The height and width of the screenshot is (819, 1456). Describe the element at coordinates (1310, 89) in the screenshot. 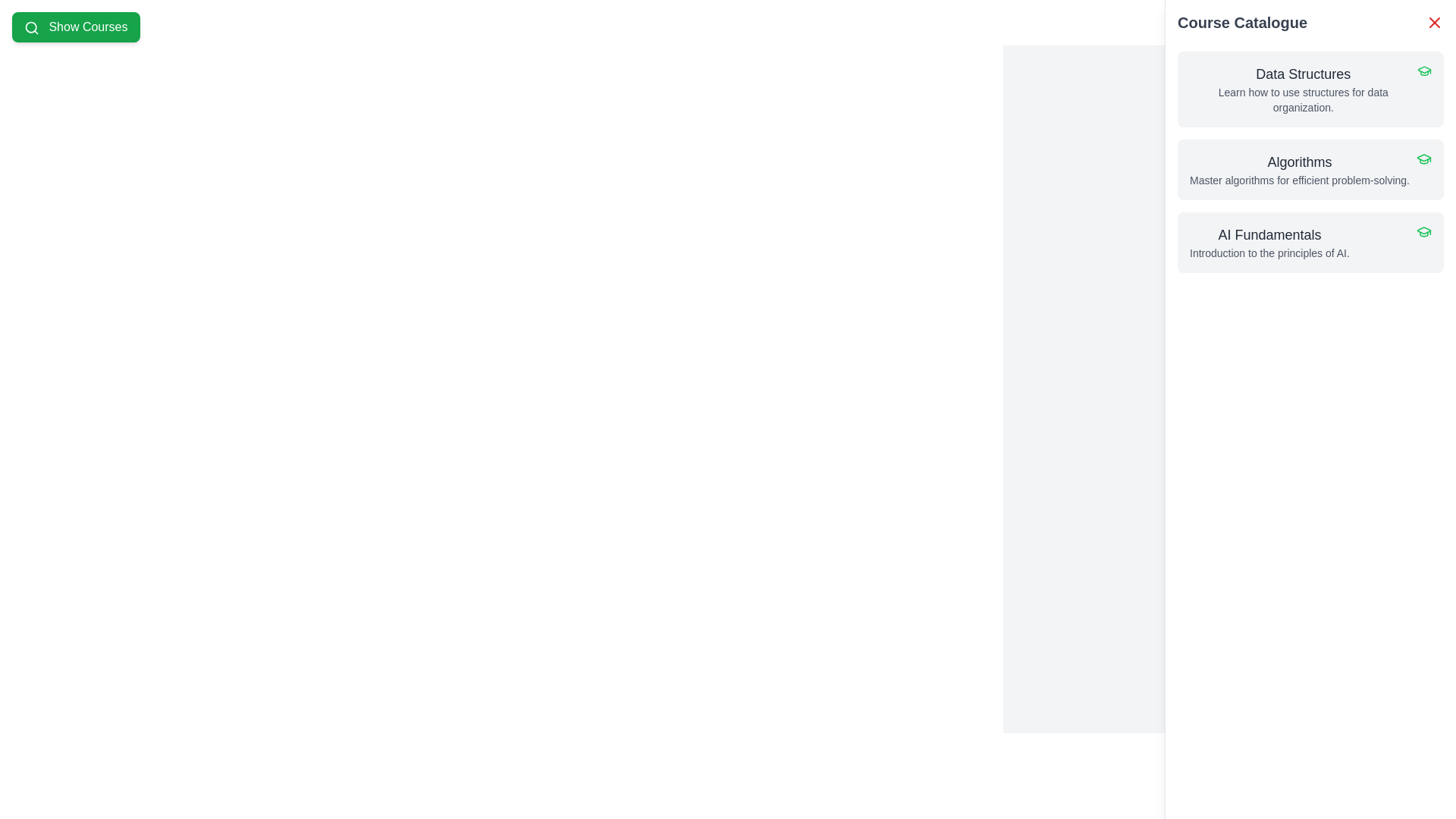

I see `to select the course titled 'Data Structures' from the first item in the Course Catalogue list` at that location.